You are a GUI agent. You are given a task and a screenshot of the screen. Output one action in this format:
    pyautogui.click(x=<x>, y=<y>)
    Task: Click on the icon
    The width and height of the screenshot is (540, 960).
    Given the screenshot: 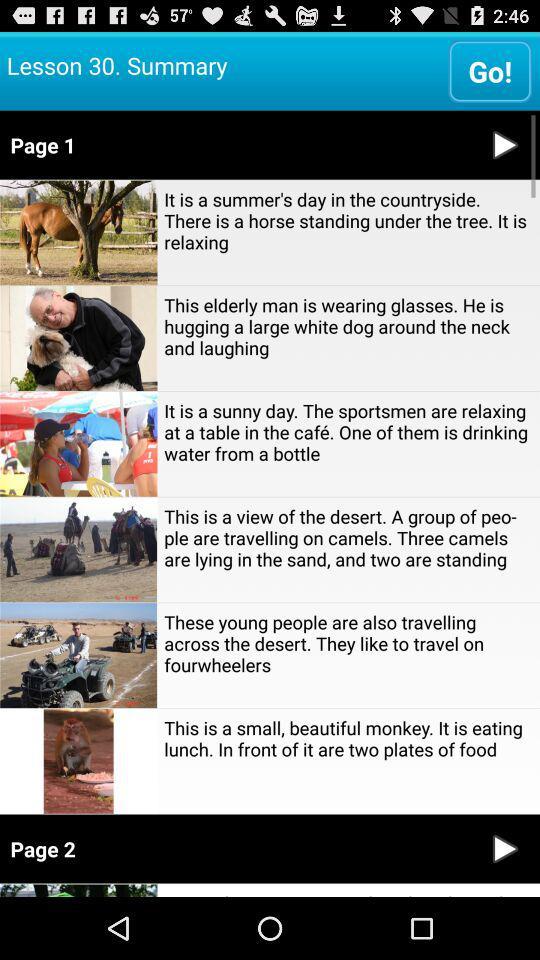 What is the action you would take?
    pyautogui.click(x=504, y=848)
    